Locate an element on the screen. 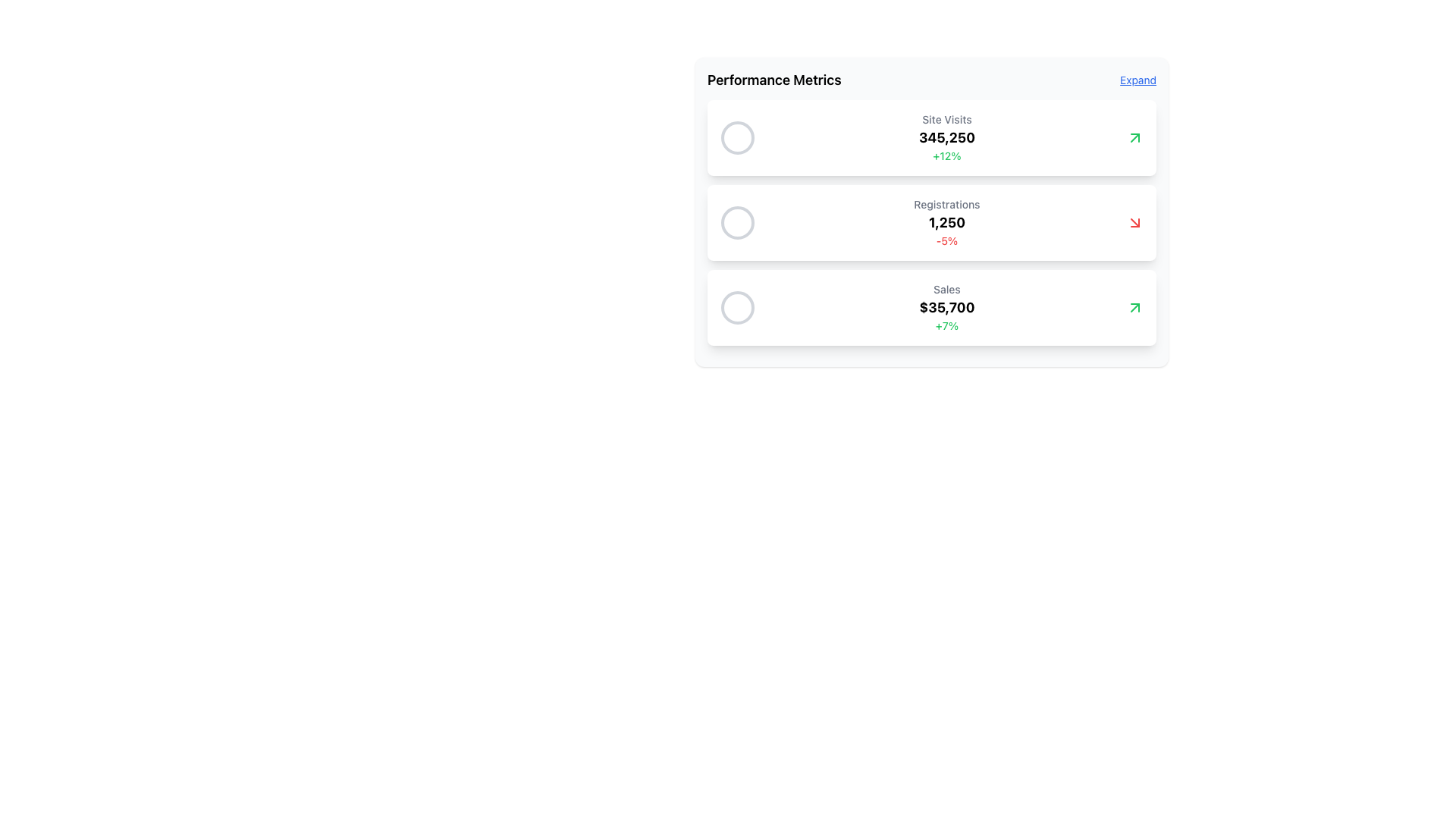 The height and width of the screenshot is (819, 1456). the Text Label element displaying '$35,700' which is centrally located in the bottom-most card of the 'Performance Metrics' section is located at coordinates (946, 307).